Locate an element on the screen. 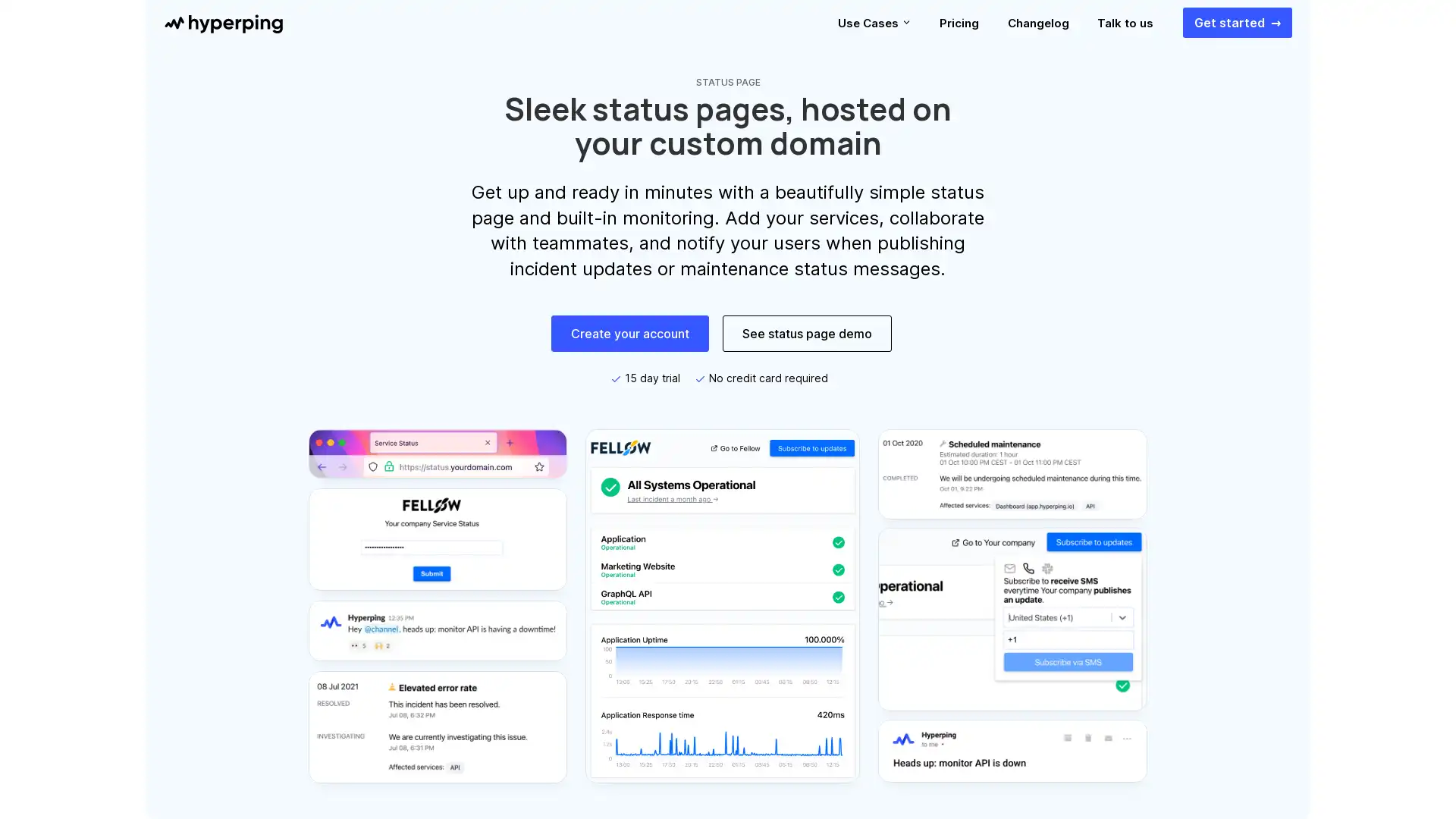 This screenshot has height=819, width=1456. Use Cases is located at coordinates (874, 23).